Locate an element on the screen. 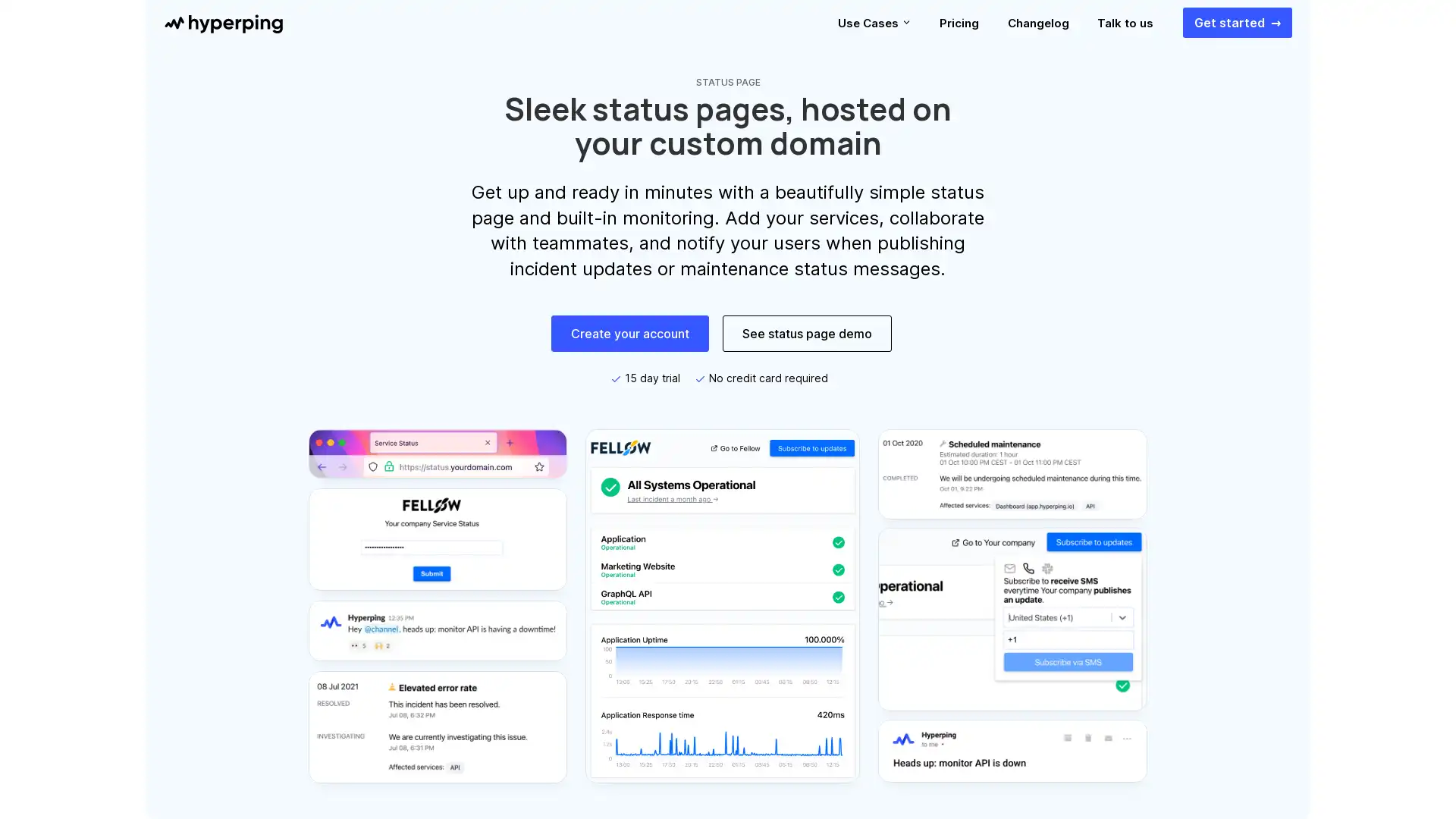 This screenshot has height=819, width=1456. Use Cases is located at coordinates (874, 23).